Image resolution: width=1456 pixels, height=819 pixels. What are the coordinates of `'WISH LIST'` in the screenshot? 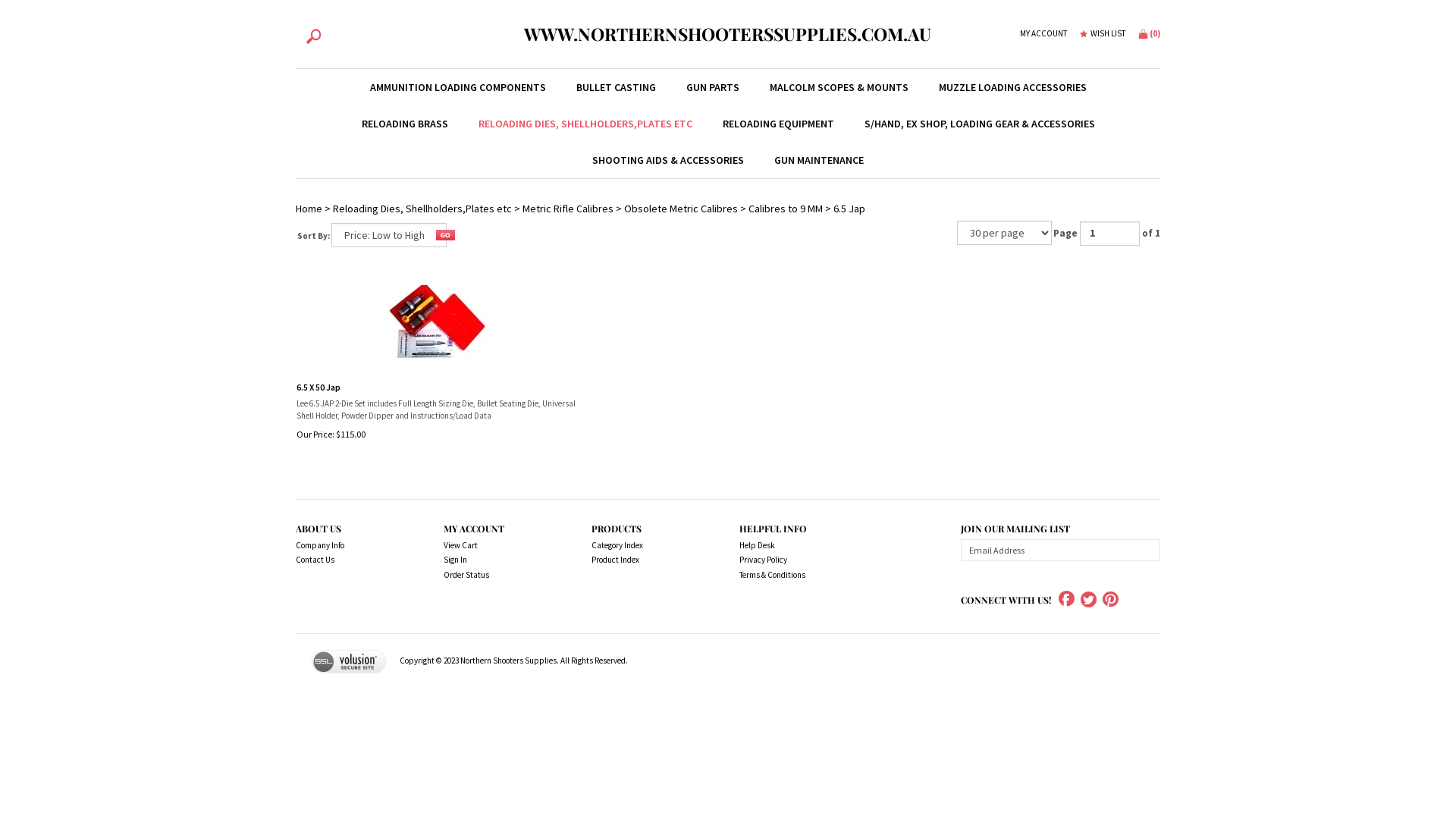 It's located at (1103, 34).